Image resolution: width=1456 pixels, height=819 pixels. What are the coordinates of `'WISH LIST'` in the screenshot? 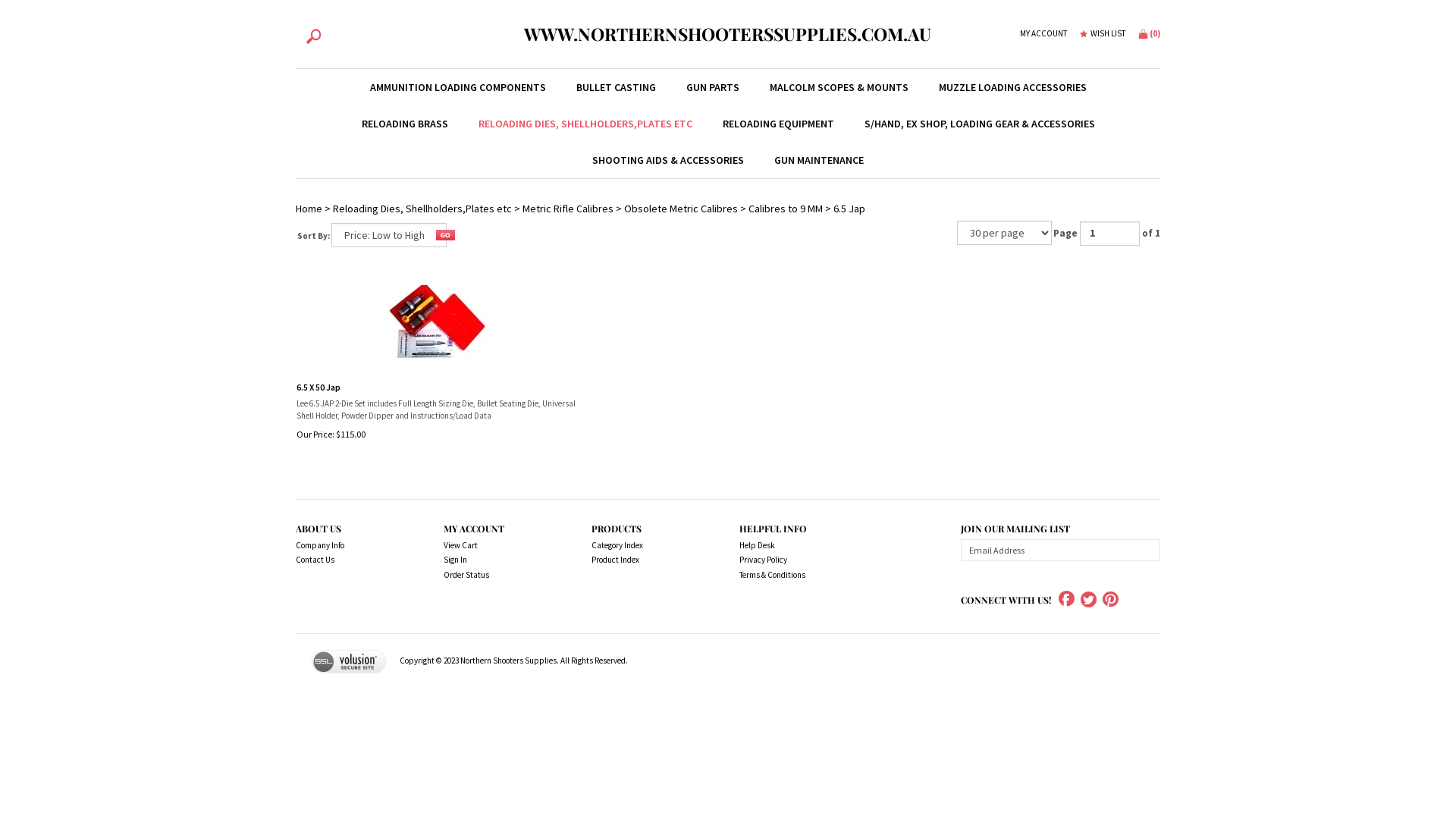 It's located at (1103, 34).